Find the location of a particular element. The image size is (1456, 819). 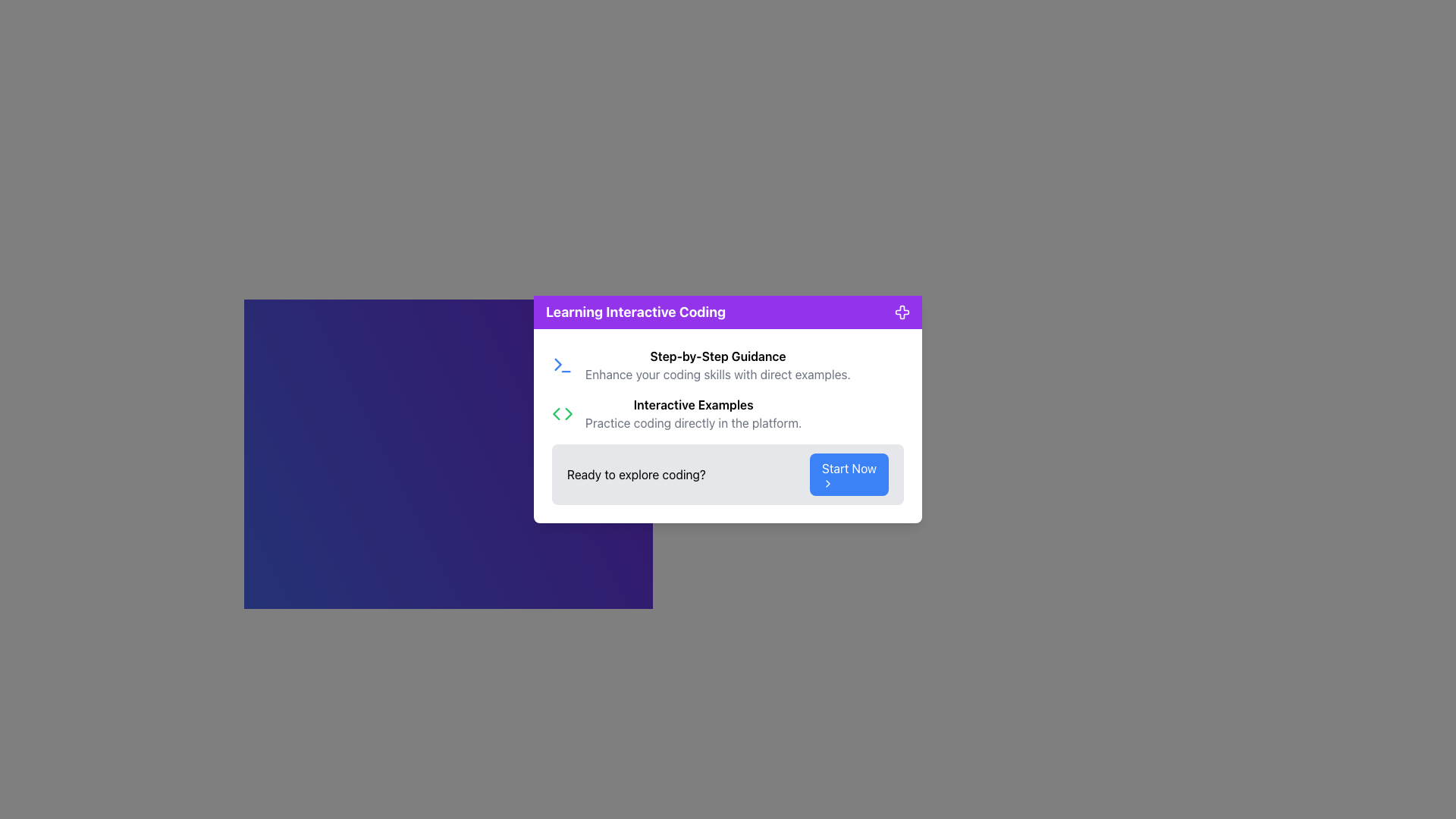

potential links or buttons within the informational text block about interactive coding examples, positioned below the 'Step-by-Step Guidance' block is located at coordinates (728, 414).